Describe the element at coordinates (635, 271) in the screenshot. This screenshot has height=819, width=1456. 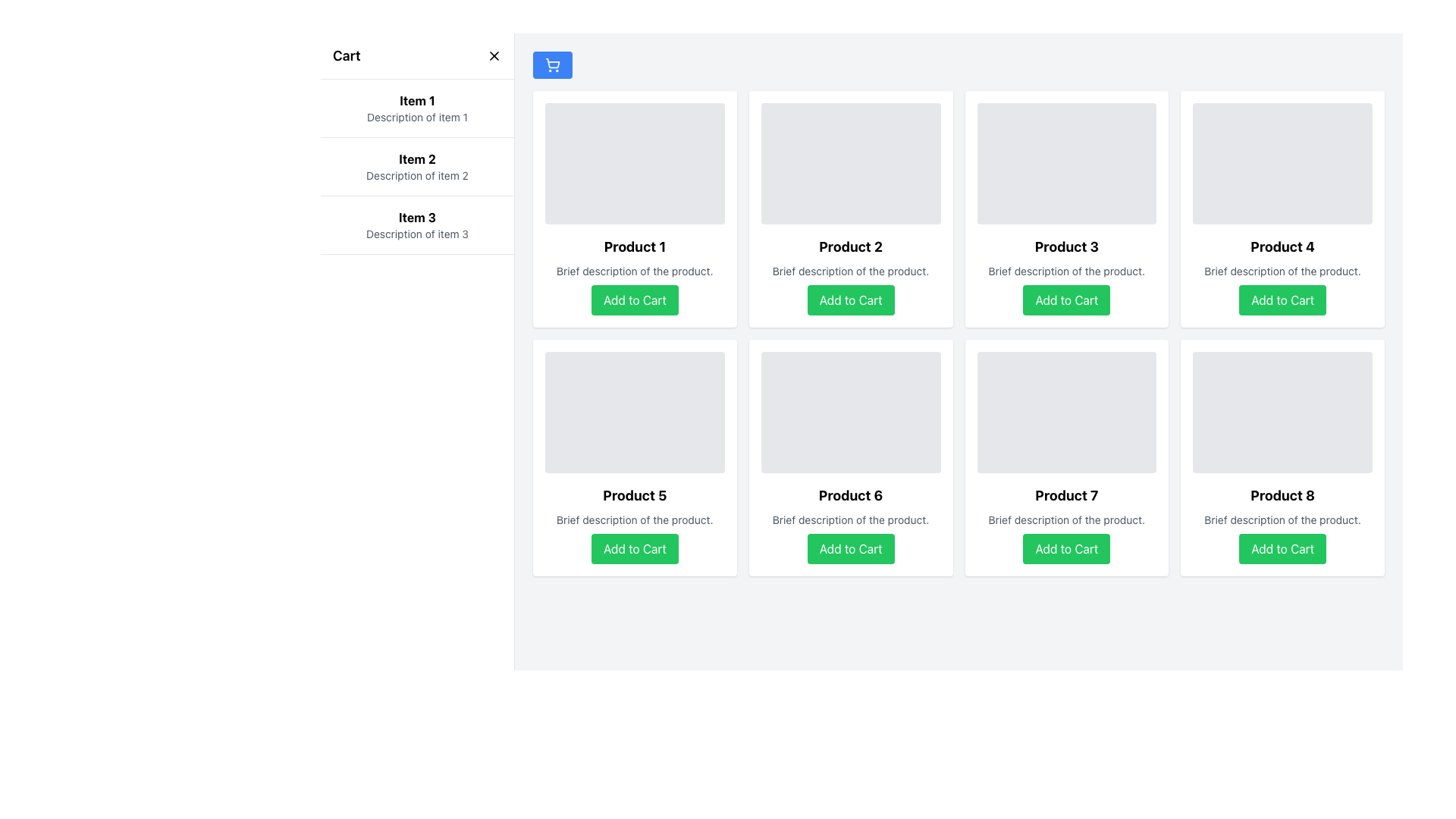
I see `descriptive text label located within the 'Product 1' card, positioned directly below the title 'Product 1' and above the 'Add to Cart' button` at that location.